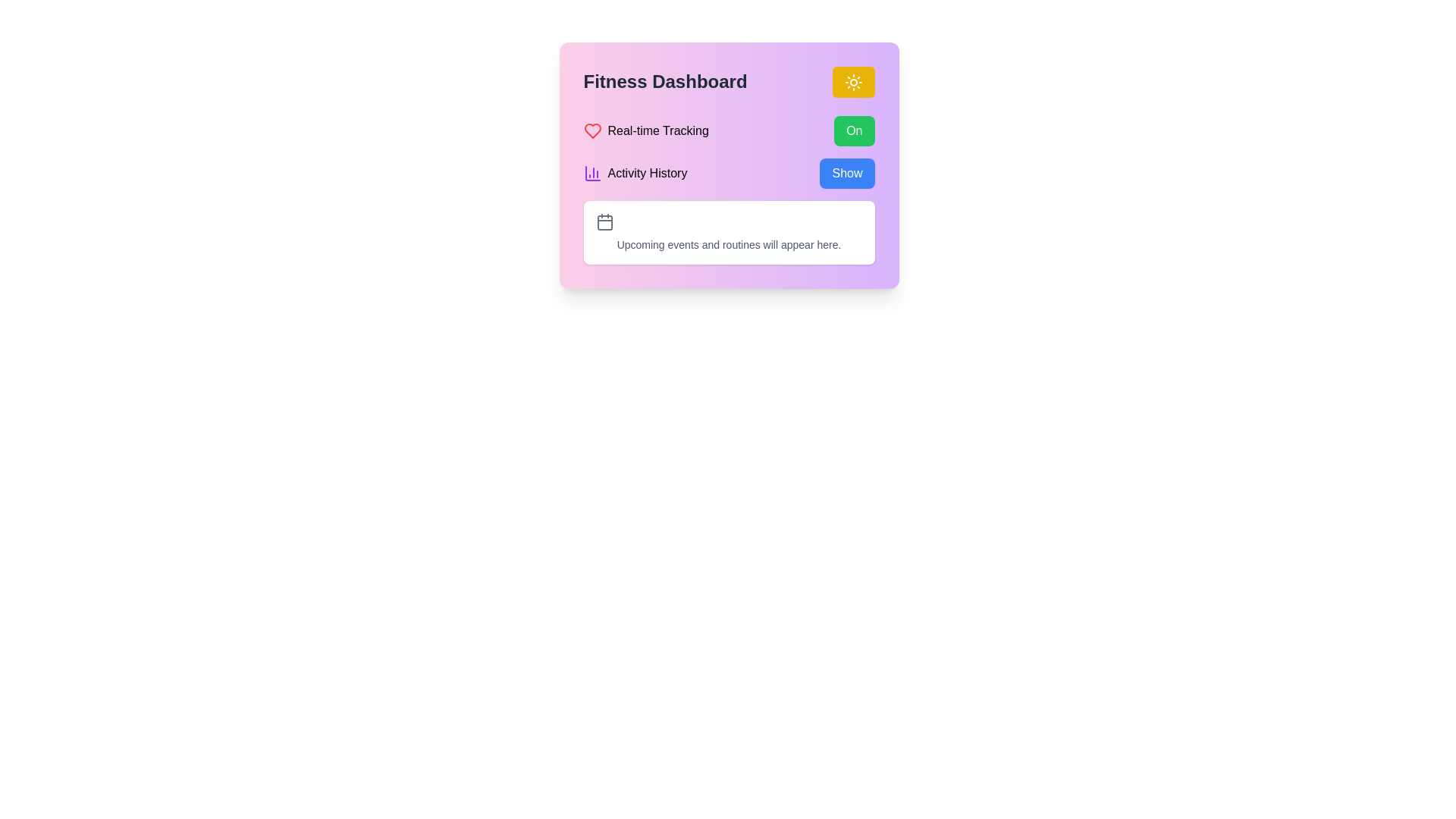 This screenshot has height=819, width=1456. I want to click on the small purple column chart icon located to the left of the 'Activity History' text, so click(591, 172).